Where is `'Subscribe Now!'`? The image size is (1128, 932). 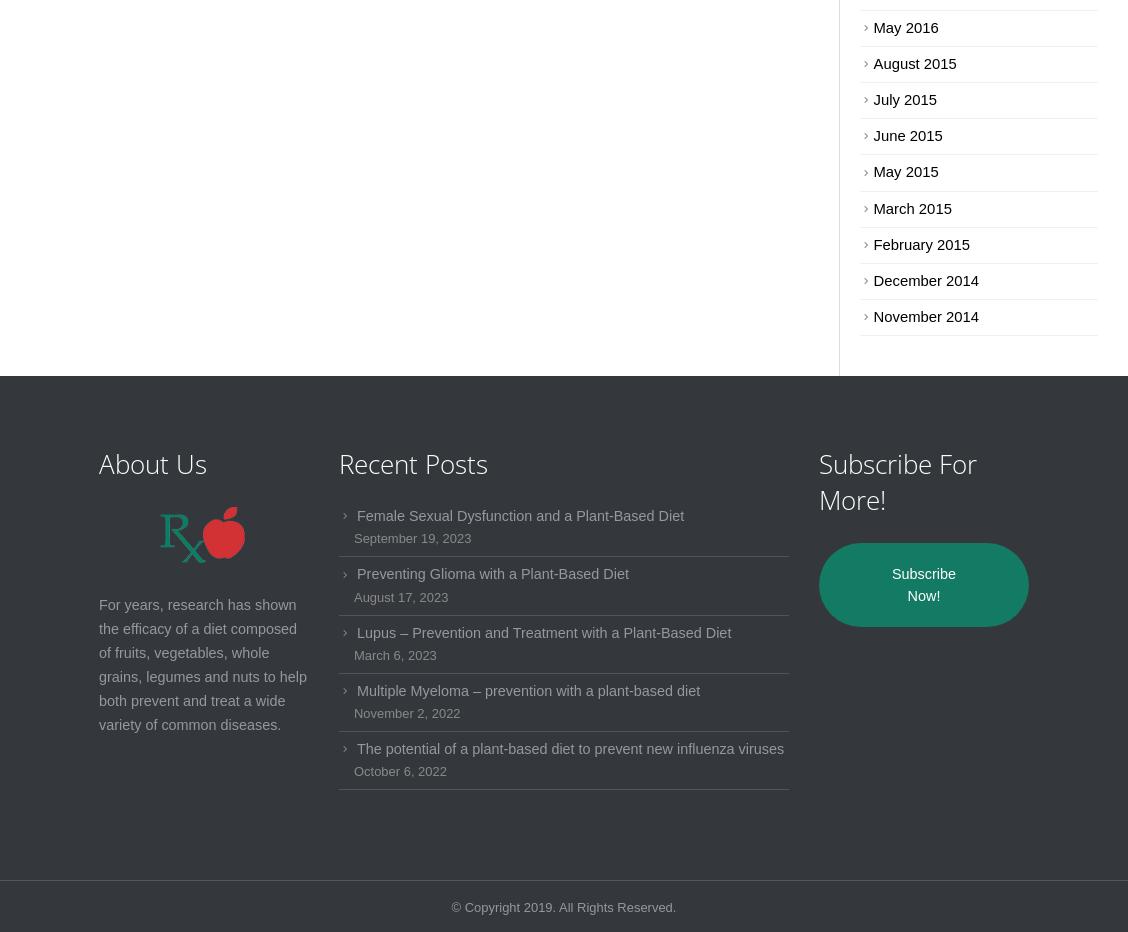 'Subscribe Now!' is located at coordinates (923, 584).